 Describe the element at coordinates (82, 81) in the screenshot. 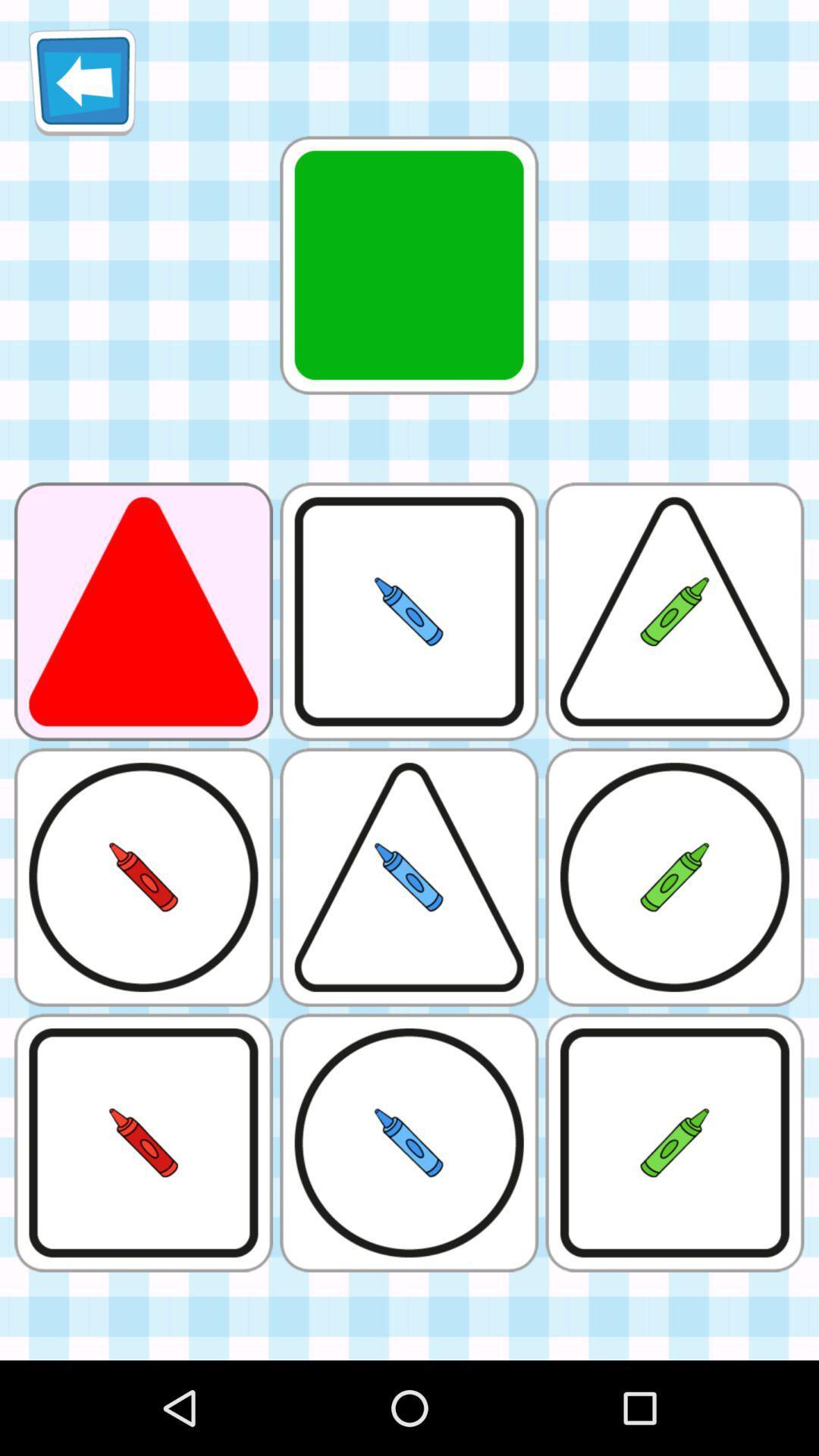

I see `go back` at that location.